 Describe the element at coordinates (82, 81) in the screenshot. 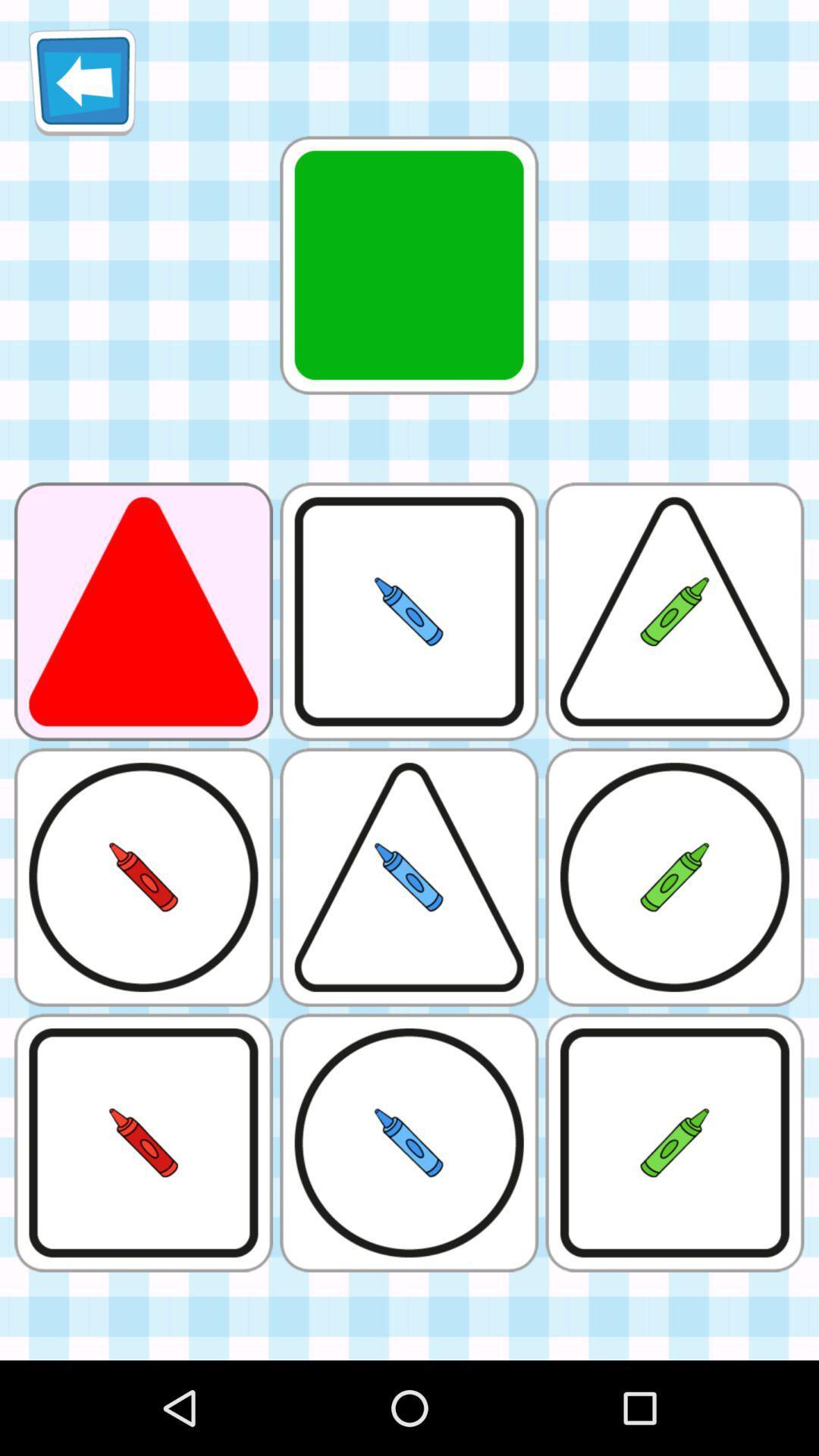

I see `go back` at that location.